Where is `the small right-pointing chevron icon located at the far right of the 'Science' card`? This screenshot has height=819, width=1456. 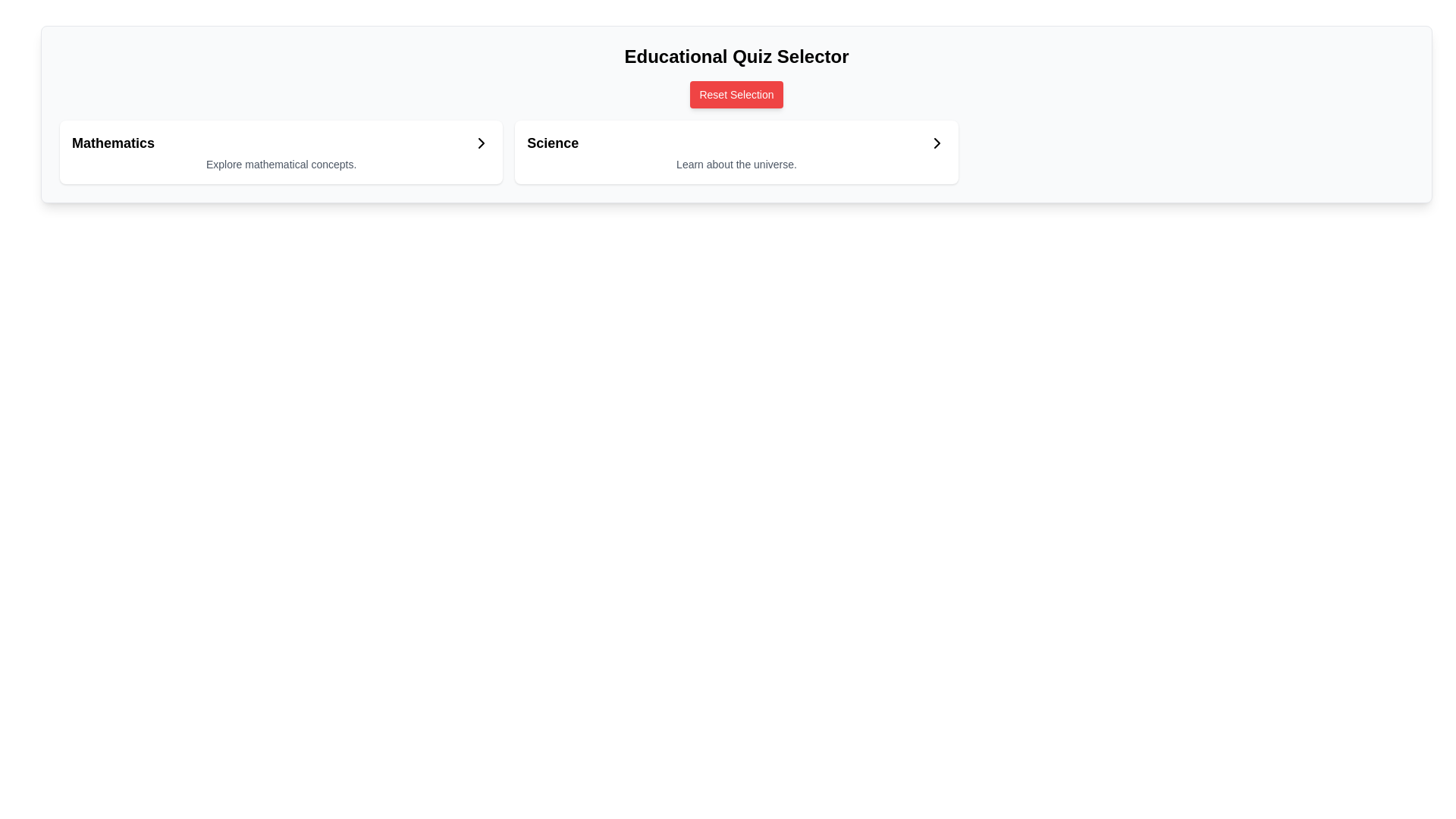
the small right-pointing chevron icon located at the far right of the 'Science' card is located at coordinates (936, 143).